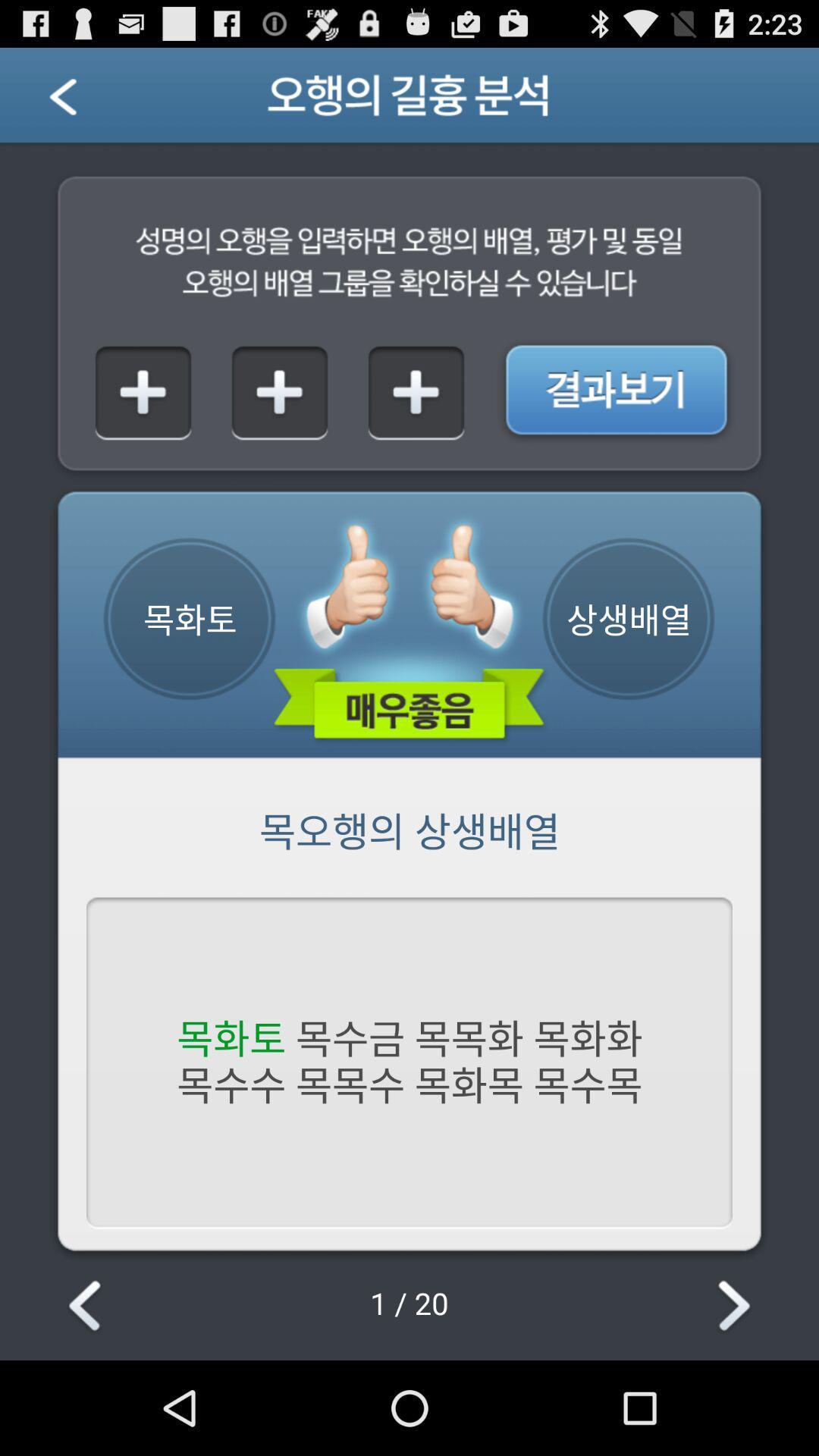 The width and height of the screenshot is (819, 1456). I want to click on go back, so click(82, 100).